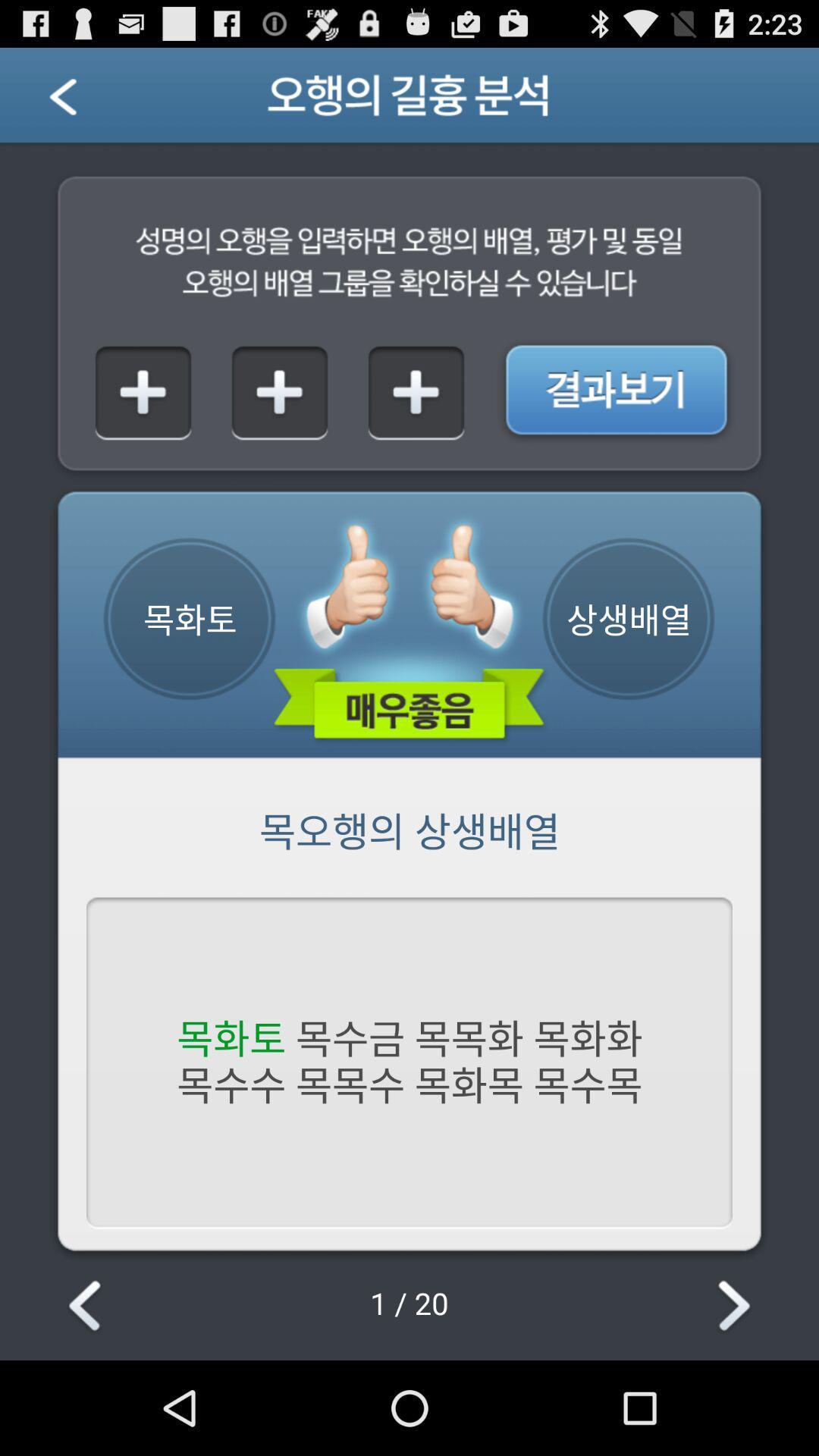 The width and height of the screenshot is (819, 1456). I want to click on go back, so click(82, 100).